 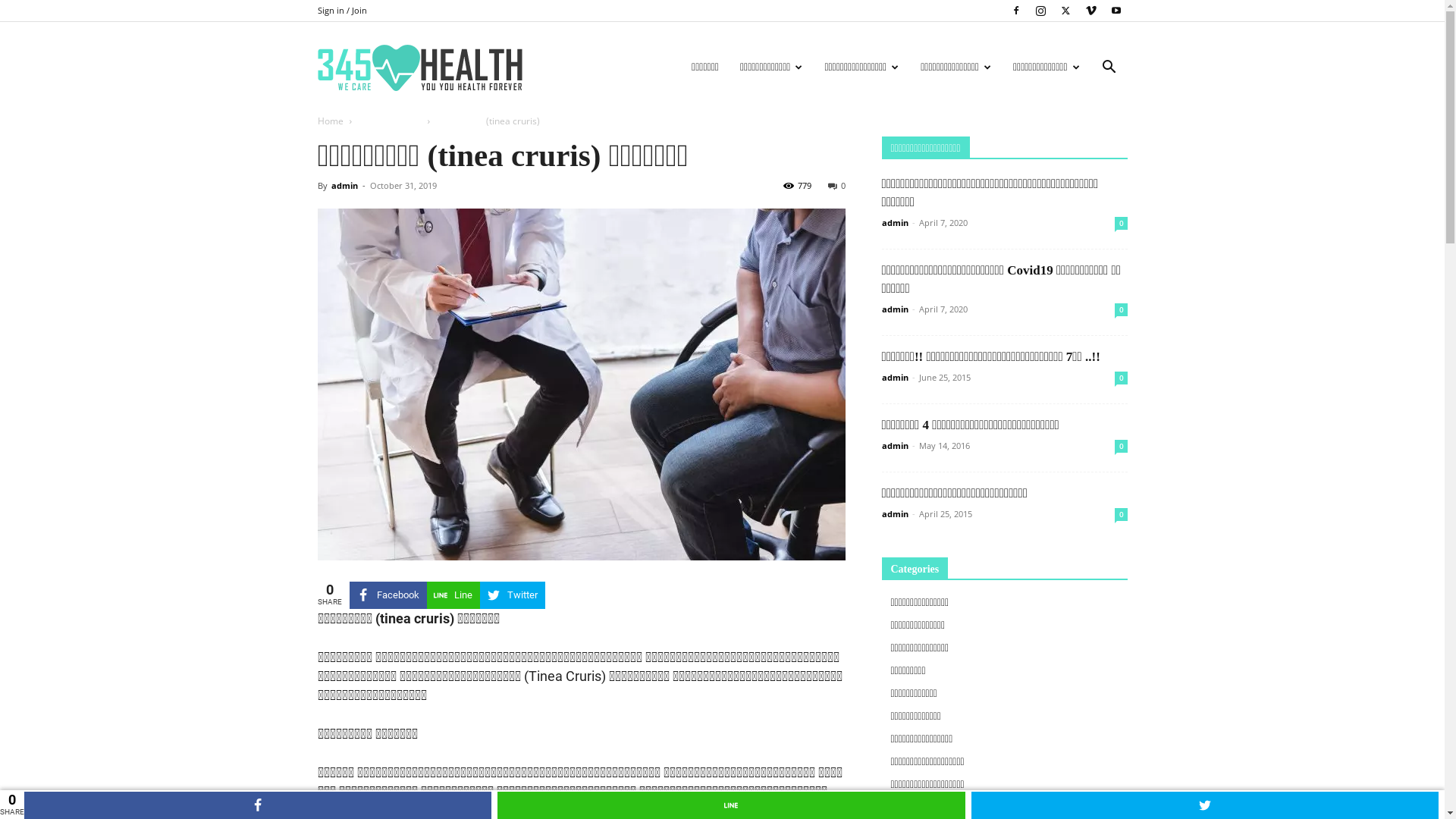 I want to click on 'Sign in / Join', so click(x=340, y=10).